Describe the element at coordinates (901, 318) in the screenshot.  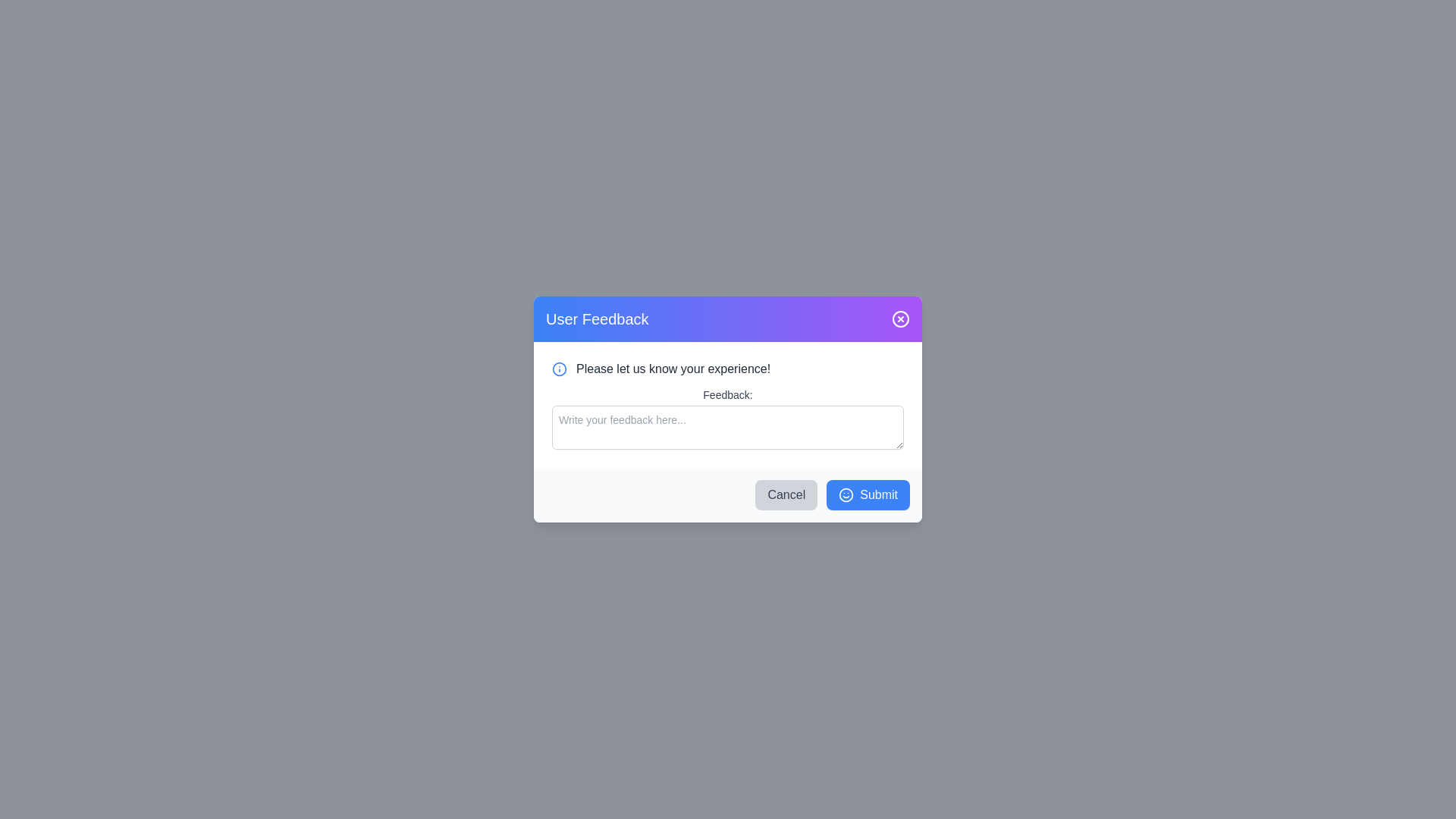
I see `the close button located at the top-right corner of the 'User Feedback' dialog header` at that location.